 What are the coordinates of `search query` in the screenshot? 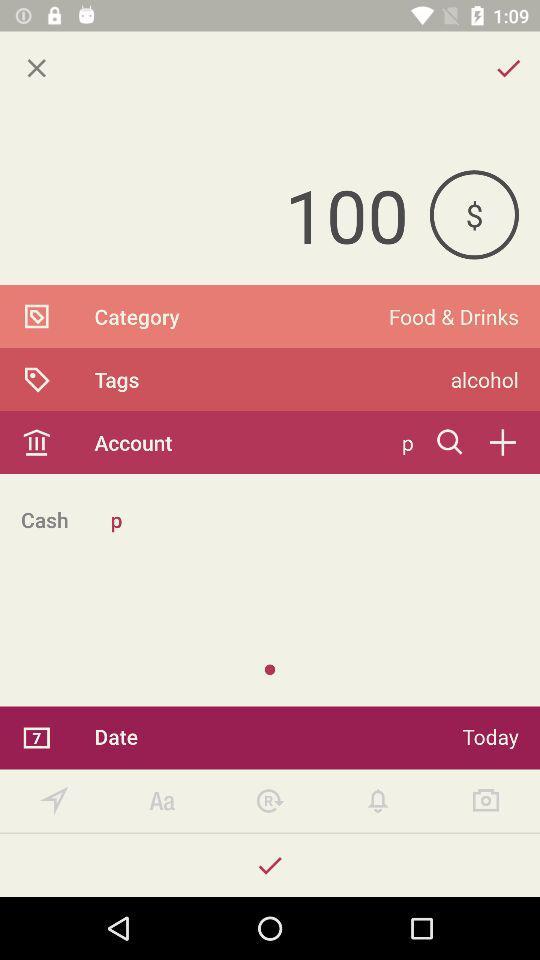 It's located at (450, 442).